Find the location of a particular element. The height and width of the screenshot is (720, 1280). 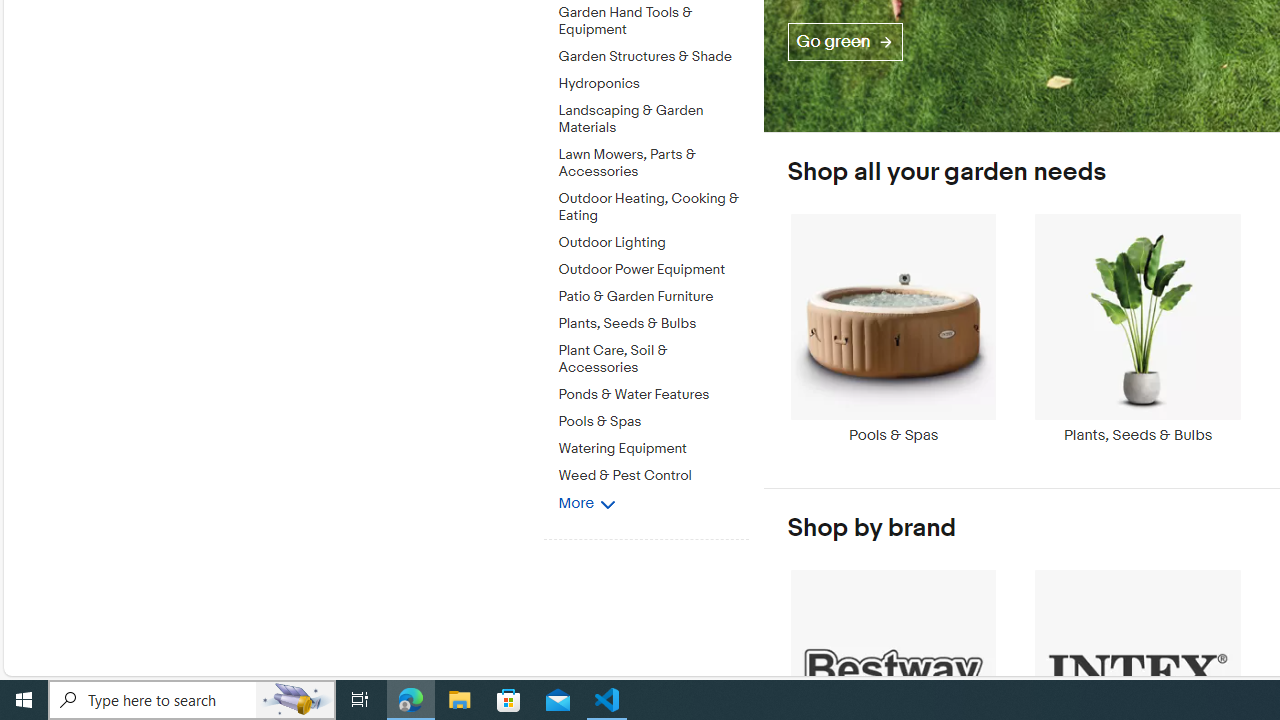

'Outdoor Power Equipment' is located at coordinates (653, 270).